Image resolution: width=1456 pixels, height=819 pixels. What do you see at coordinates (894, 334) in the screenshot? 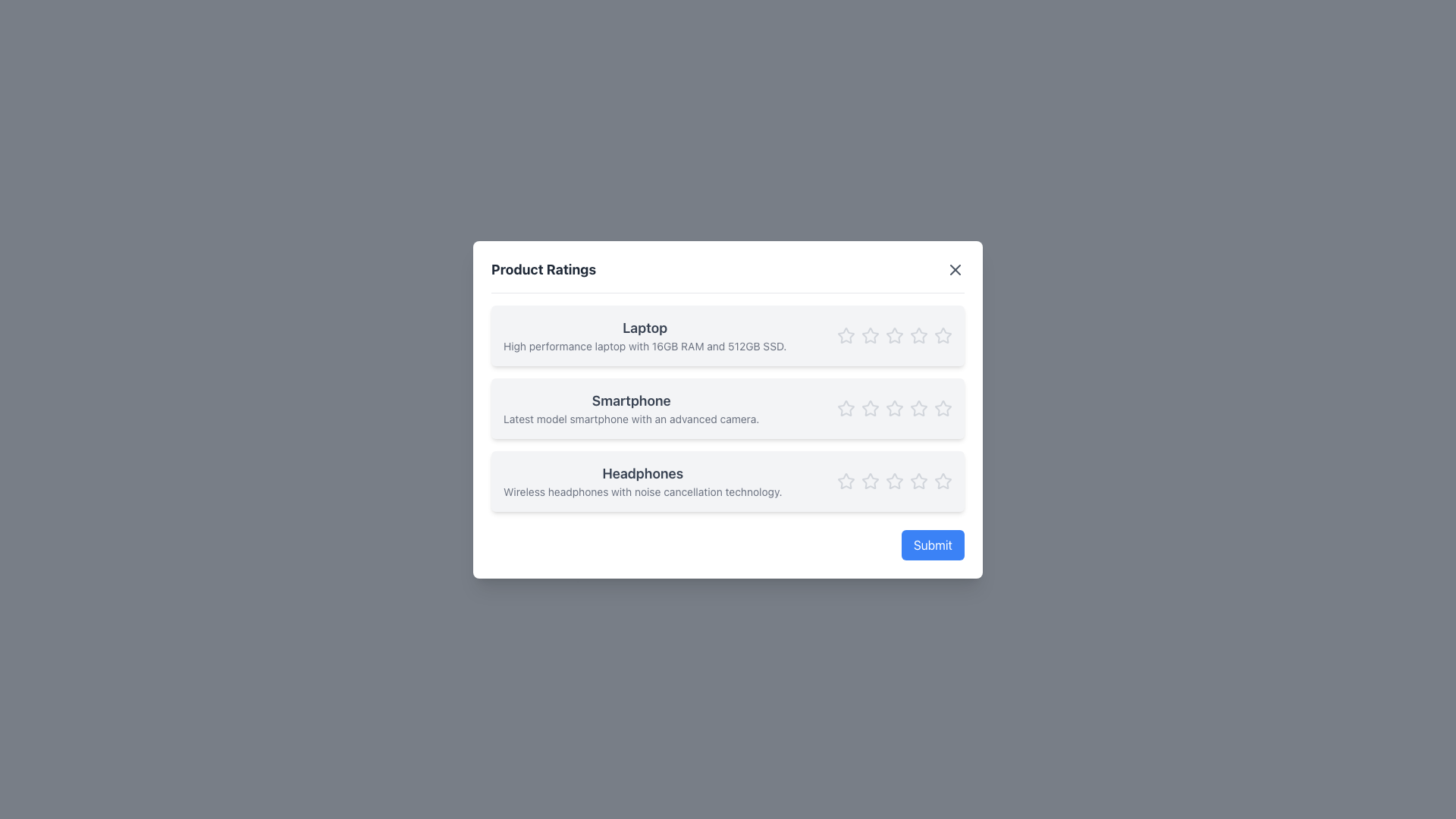
I see `the outlined gray star icon, which is the fourth star in a row of five star icons in the 'Laptop' rating row` at bounding box center [894, 334].